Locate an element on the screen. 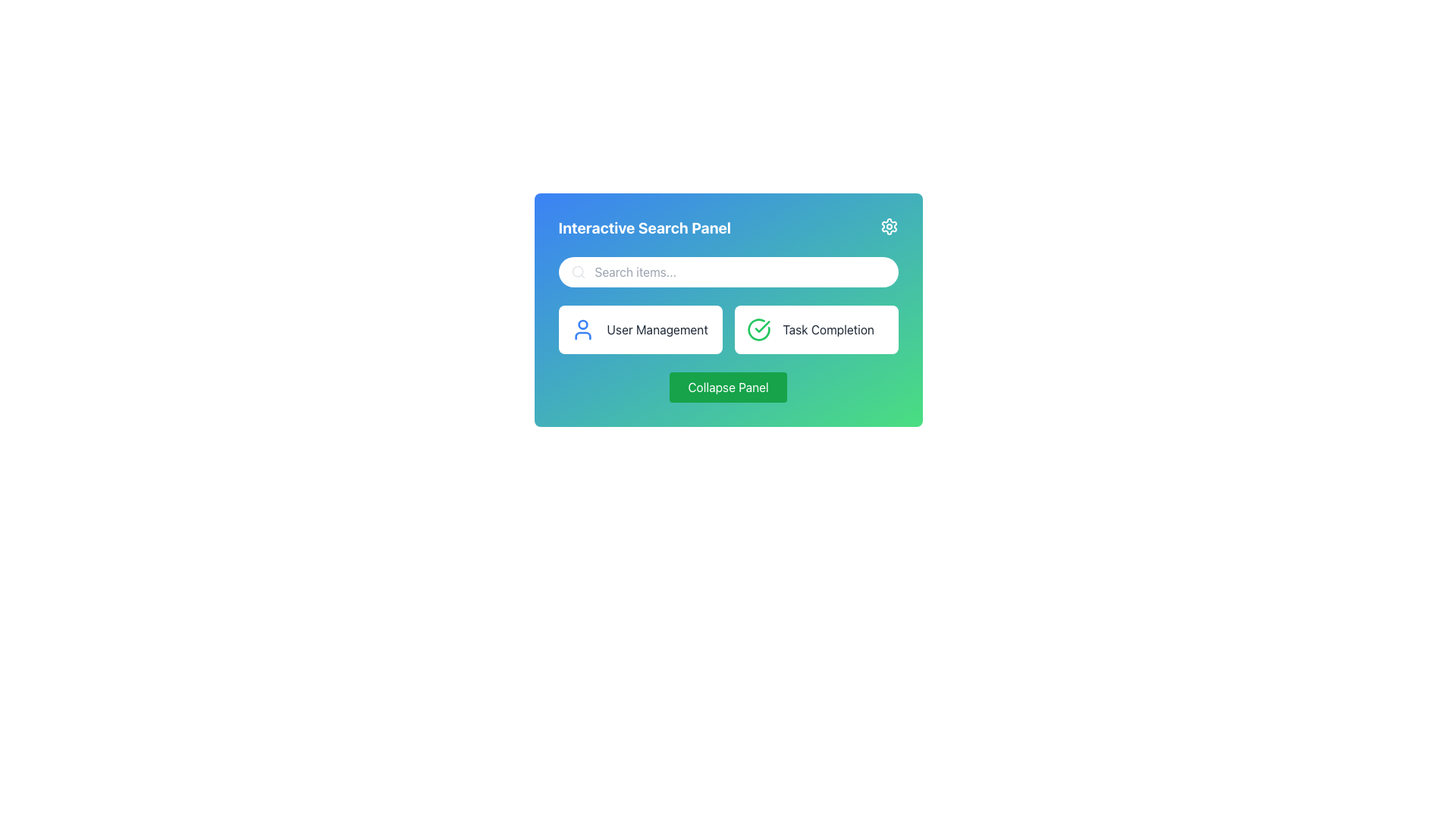 This screenshot has height=819, width=1456. the cogwheel icon located at the top-right corner of the 'Interactive Search Panel' is located at coordinates (889, 227).